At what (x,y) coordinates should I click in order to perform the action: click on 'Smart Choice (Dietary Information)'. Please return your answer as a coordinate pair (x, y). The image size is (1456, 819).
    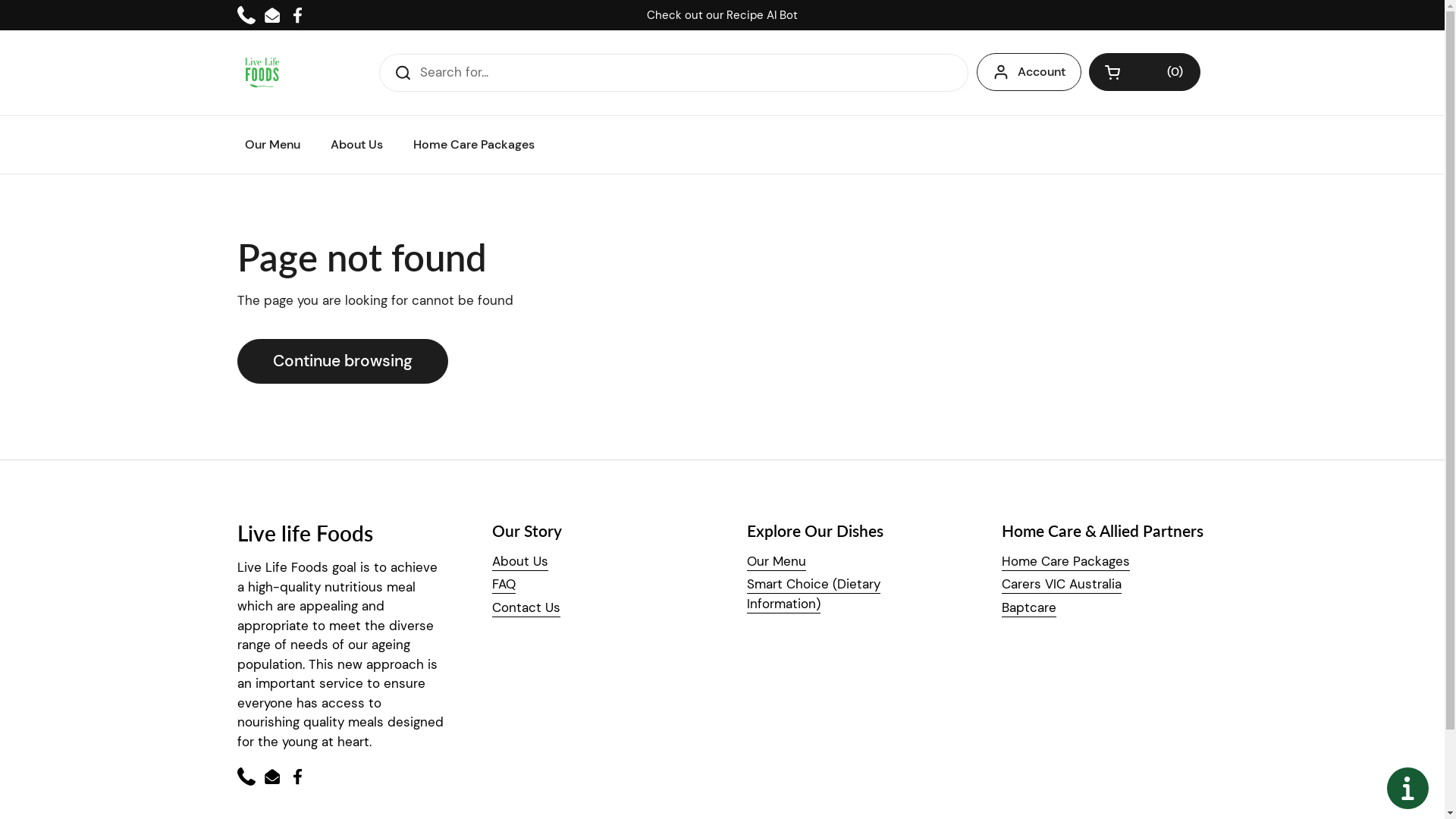
    Looking at the image, I should click on (811, 593).